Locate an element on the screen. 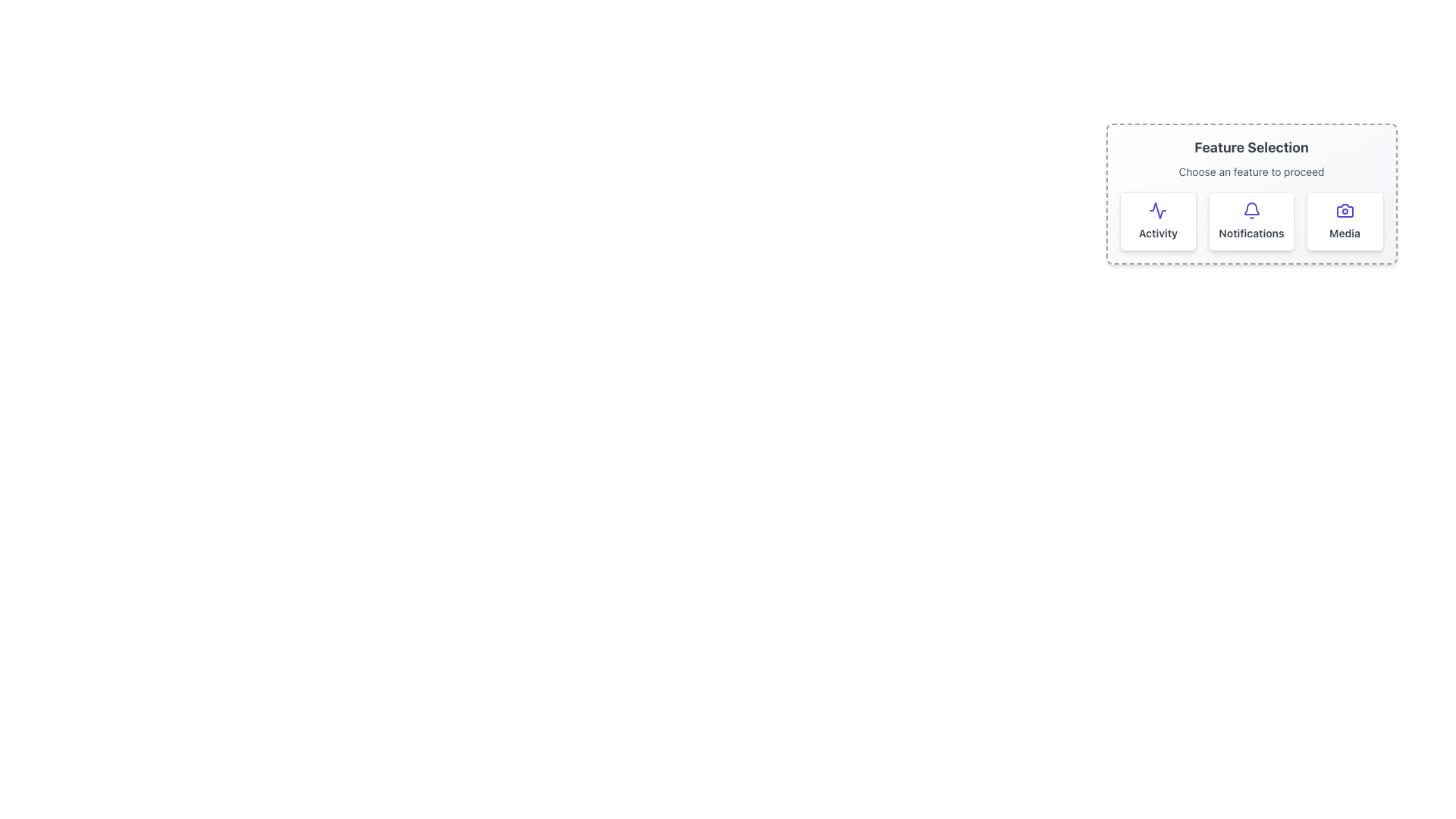 The image size is (1456, 819). text of the Notifications label, which is a bold, dark gray text label positioned below the bell icon in the feature selection interface is located at coordinates (1251, 234).